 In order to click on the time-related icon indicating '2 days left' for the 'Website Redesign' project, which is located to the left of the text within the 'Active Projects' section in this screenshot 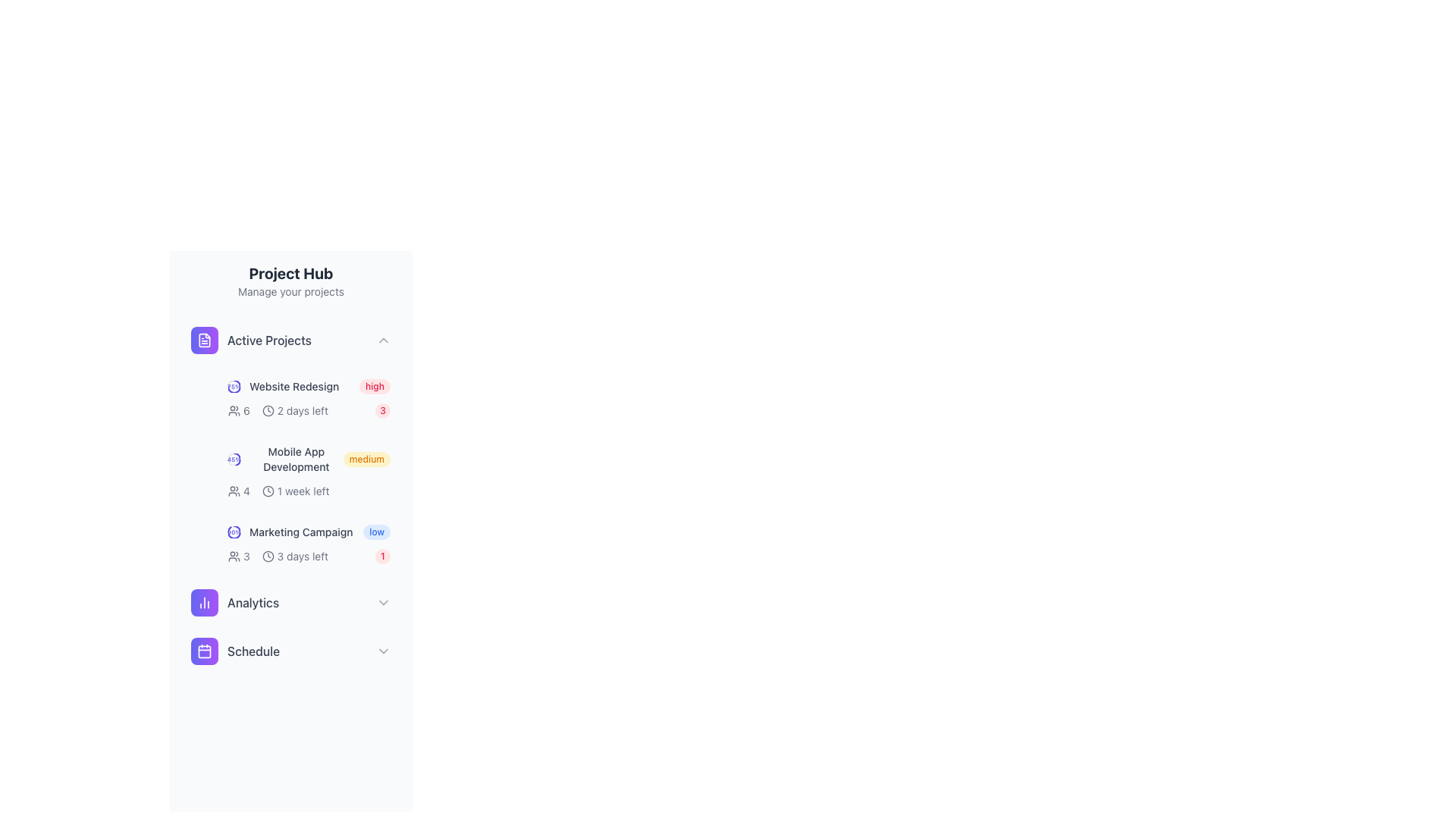, I will do `click(268, 411)`.